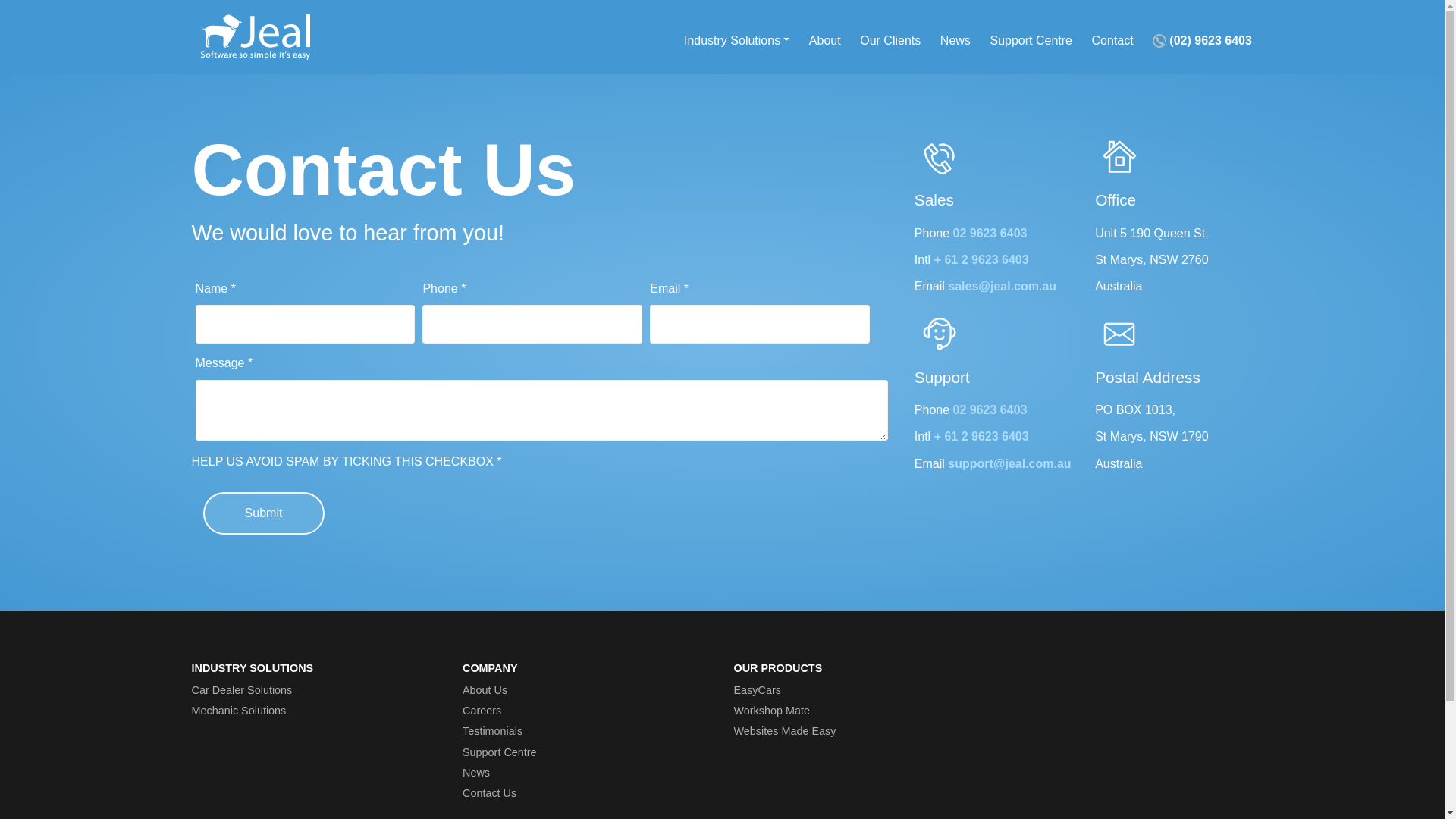  Describe the element at coordinates (736, 39) in the screenshot. I see `'Industry Solutions'` at that location.